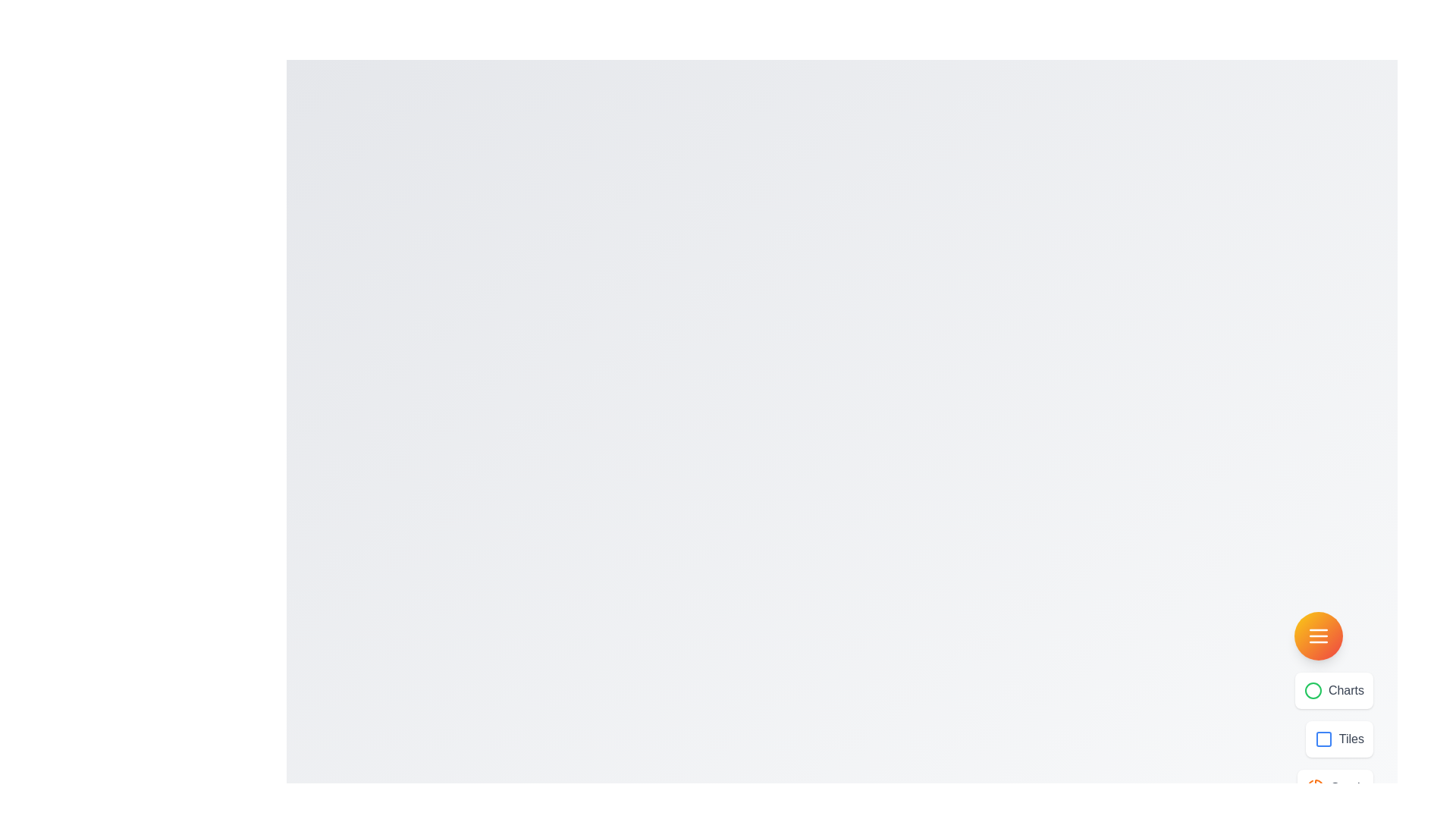 Image resolution: width=1456 pixels, height=819 pixels. I want to click on the menu option labeled Charts, so click(1333, 690).